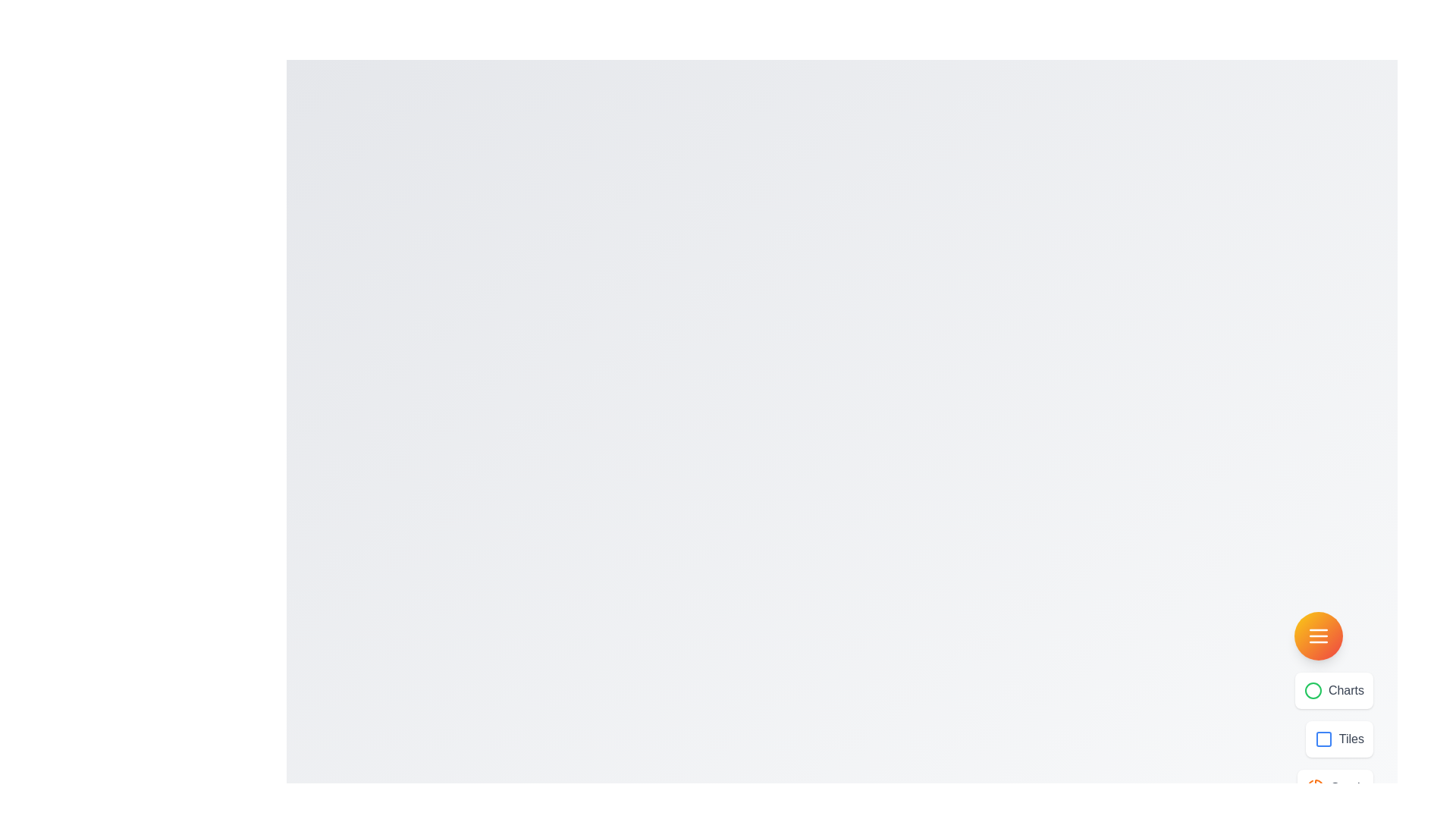 Image resolution: width=1456 pixels, height=819 pixels. I want to click on the menu option labeled Charts, so click(1333, 690).